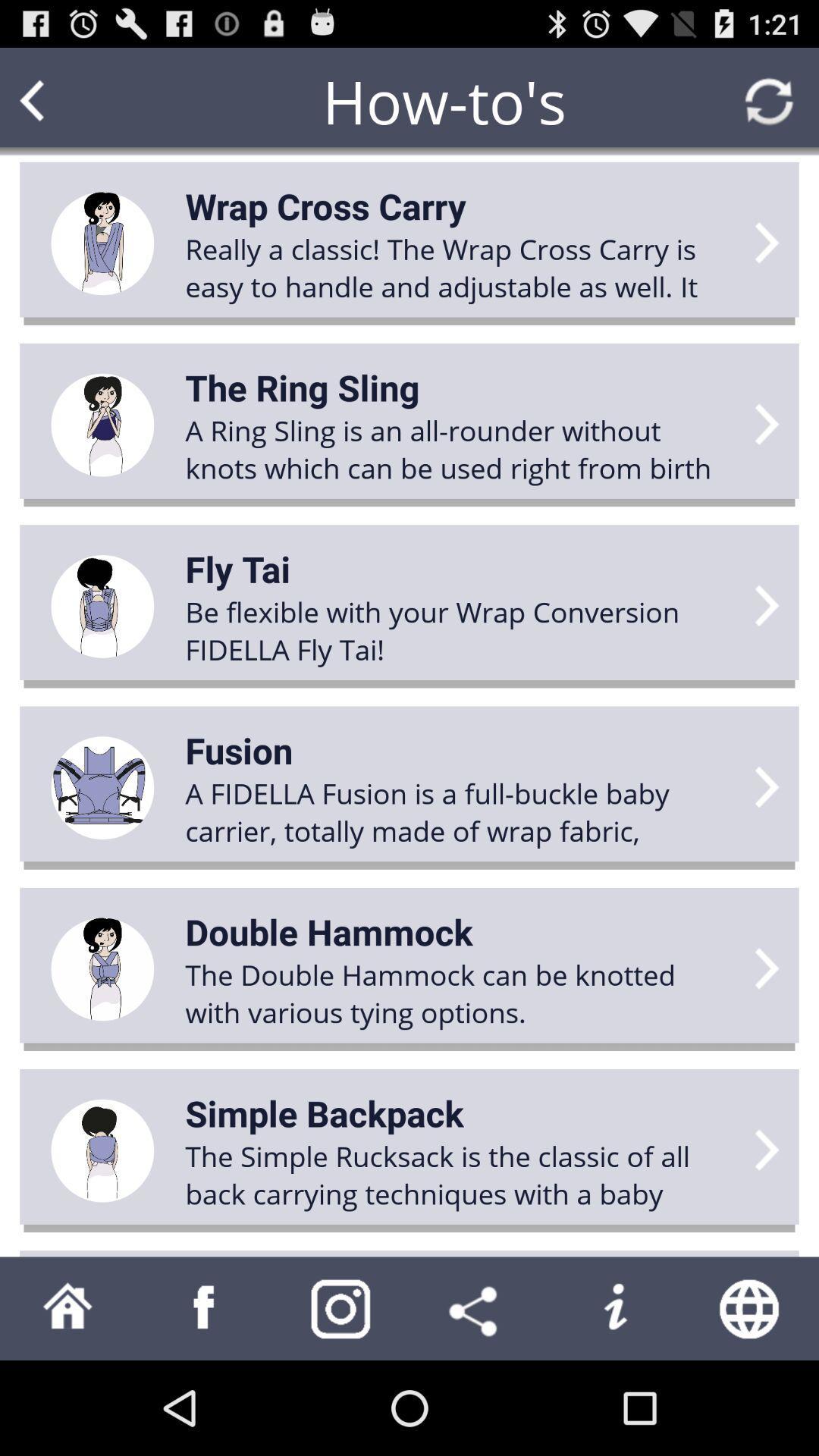 The width and height of the screenshot is (819, 1456). Describe the element at coordinates (341, 1307) in the screenshot. I see `instagram` at that location.